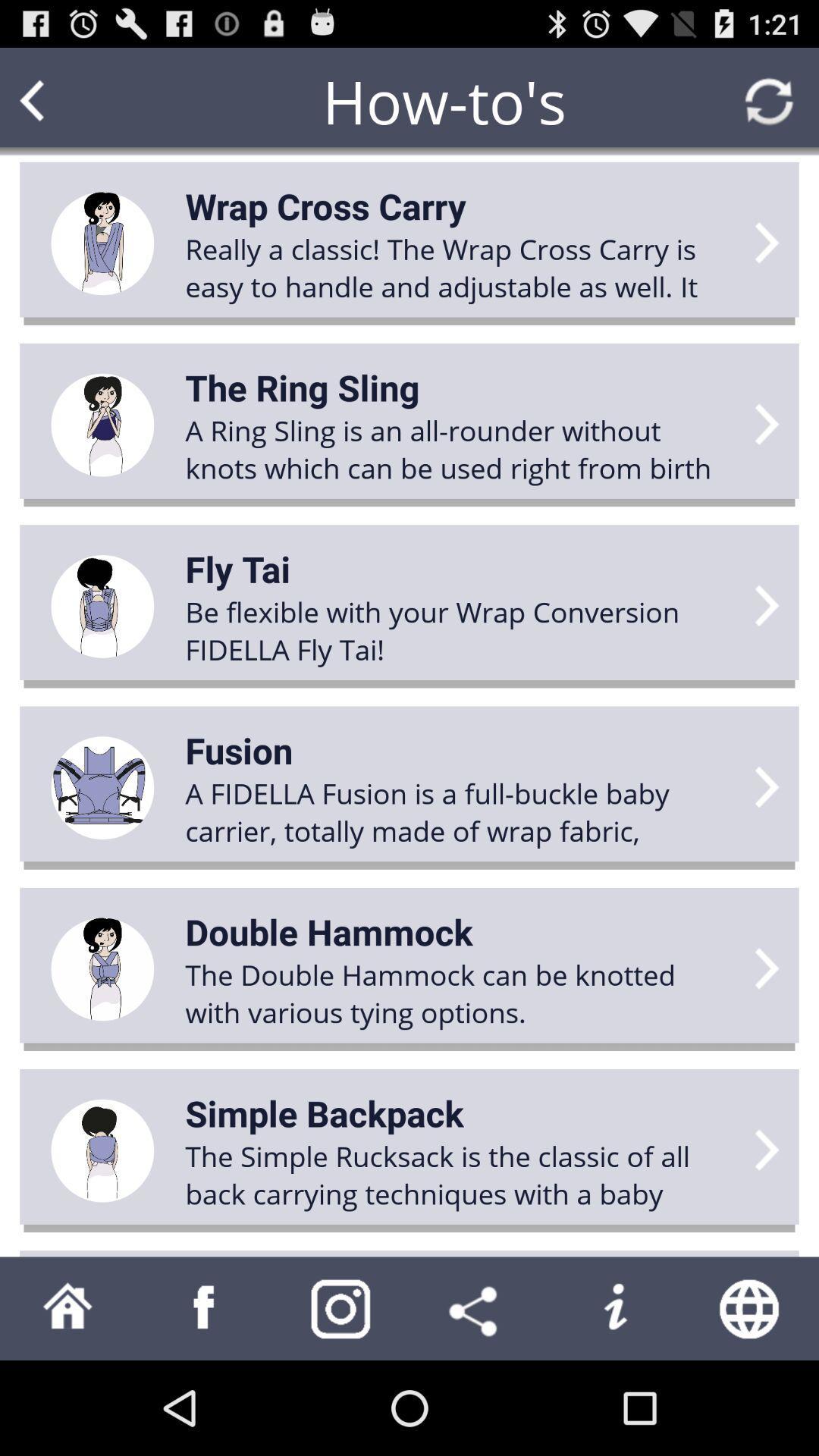 The width and height of the screenshot is (819, 1456). Describe the element at coordinates (341, 1307) in the screenshot. I see `instagram` at that location.